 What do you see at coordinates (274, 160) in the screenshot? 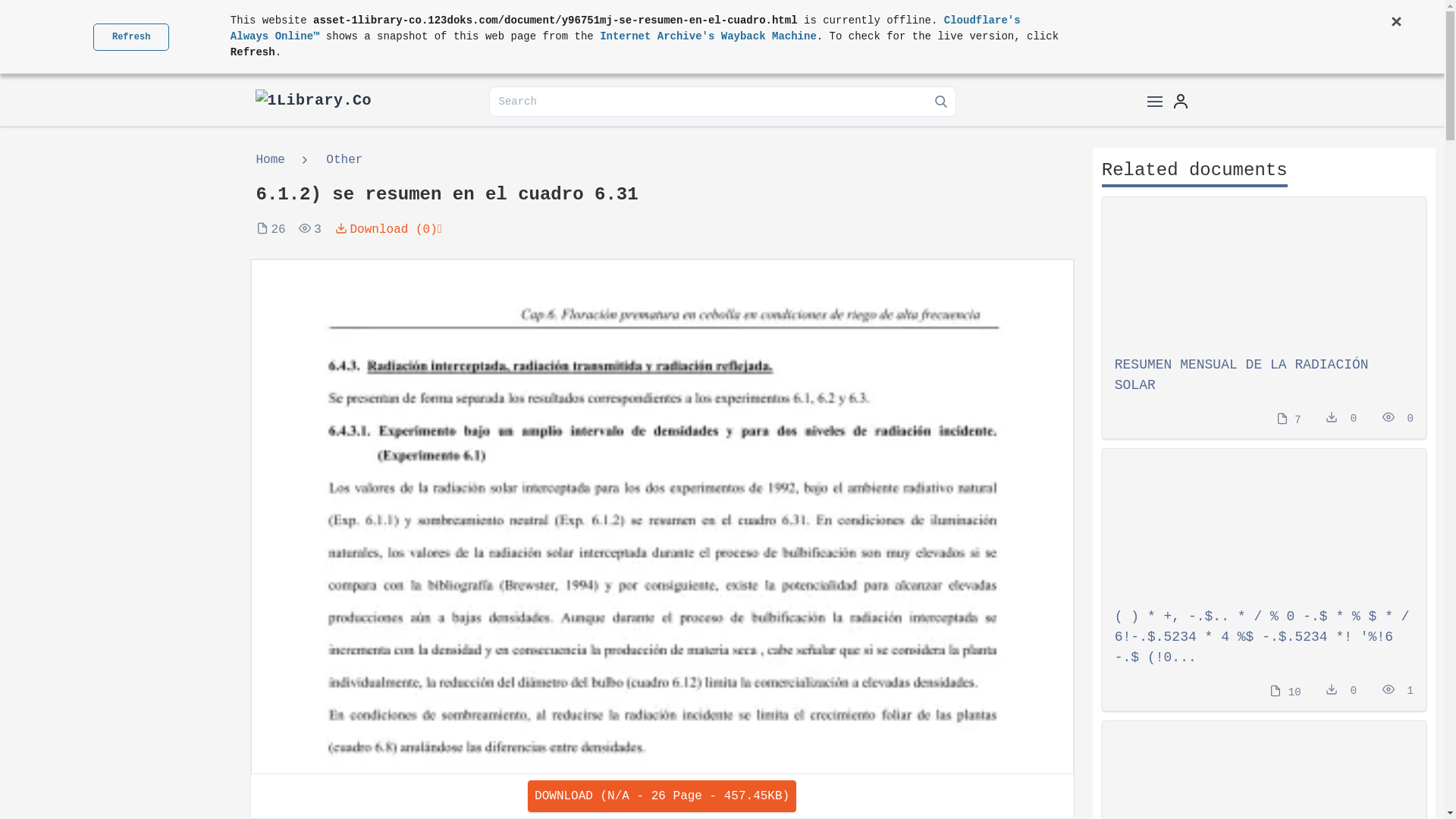
I see `'Home'` at bounding box center [274, 160].